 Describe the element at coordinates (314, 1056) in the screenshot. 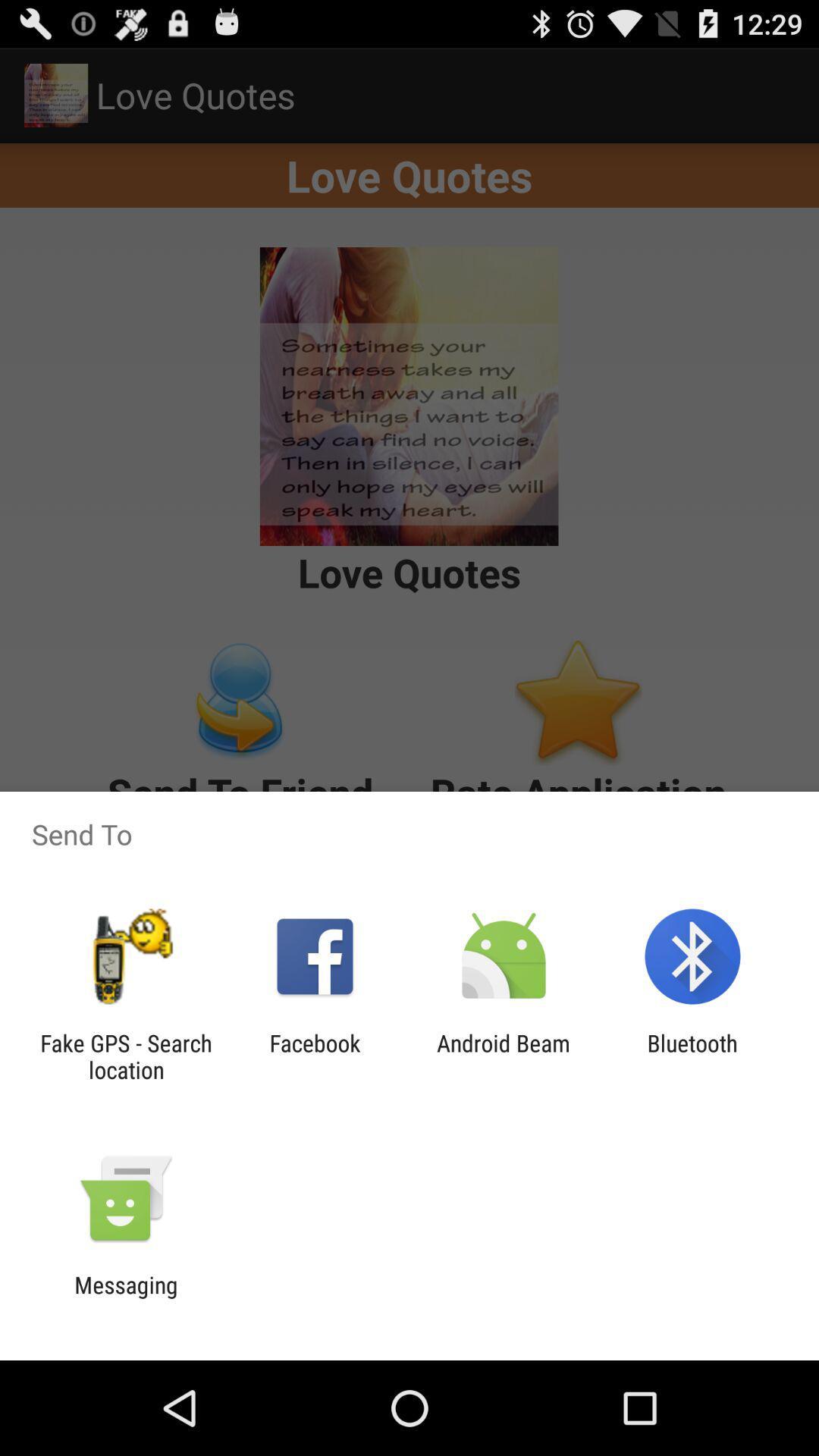

I see `app next to android beam app` at that location.